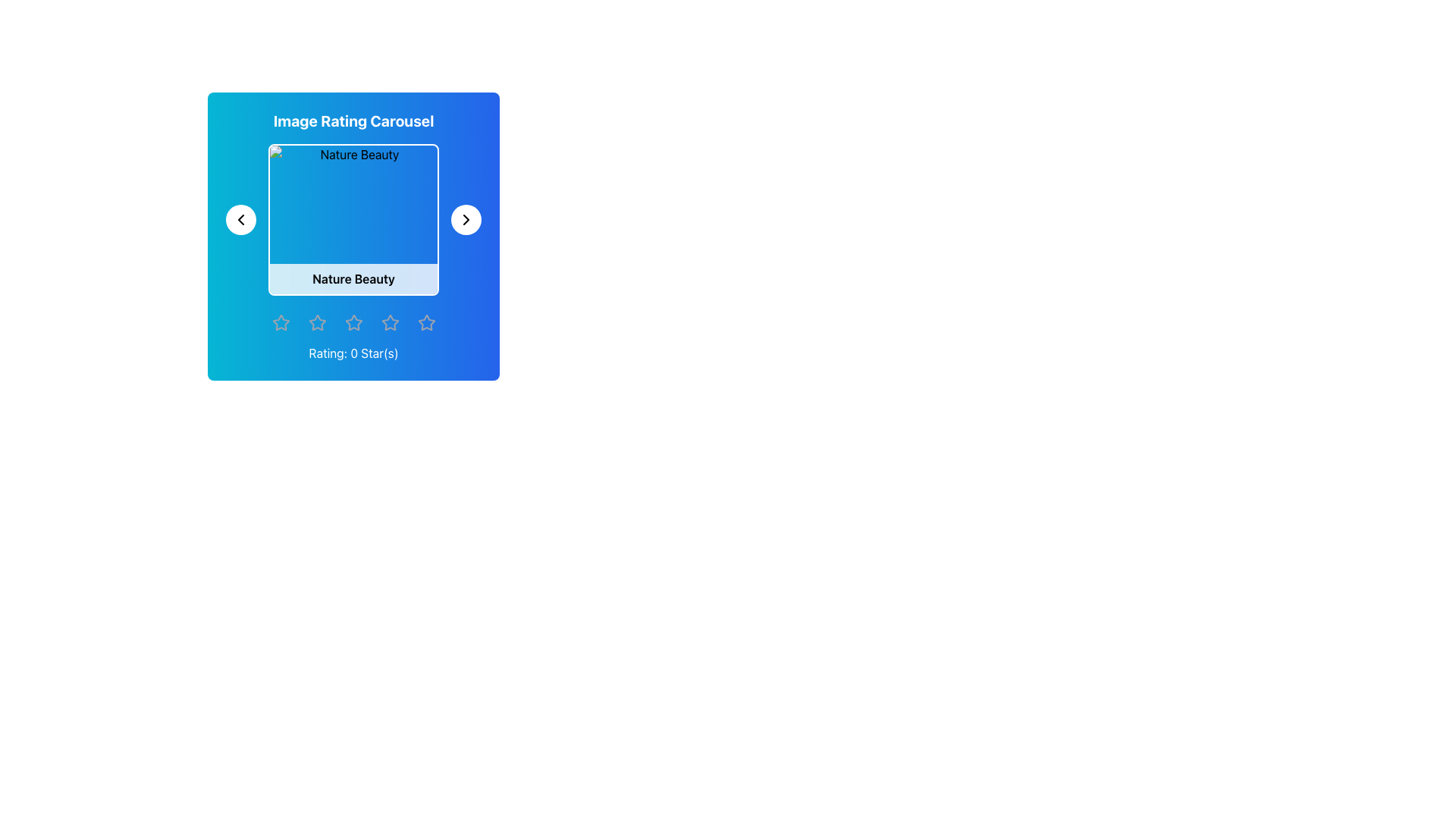  Describe the element at coordinates (390, 322) in the screenshot. I see `the third star-shaped icon in the row of five stars in the 'Image Rating Carousel' section` at that location.